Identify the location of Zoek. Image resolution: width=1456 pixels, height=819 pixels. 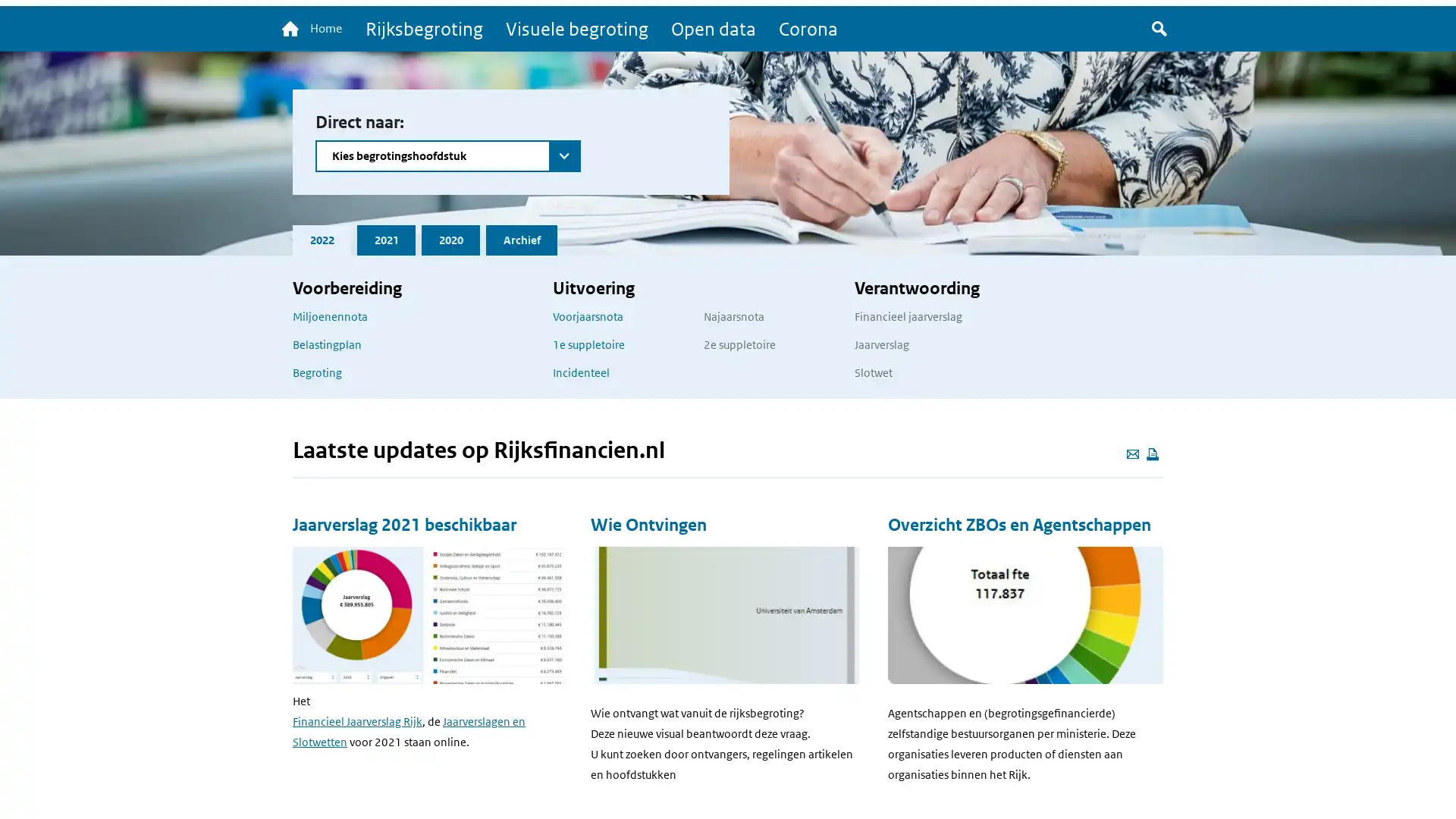
(330, 180).